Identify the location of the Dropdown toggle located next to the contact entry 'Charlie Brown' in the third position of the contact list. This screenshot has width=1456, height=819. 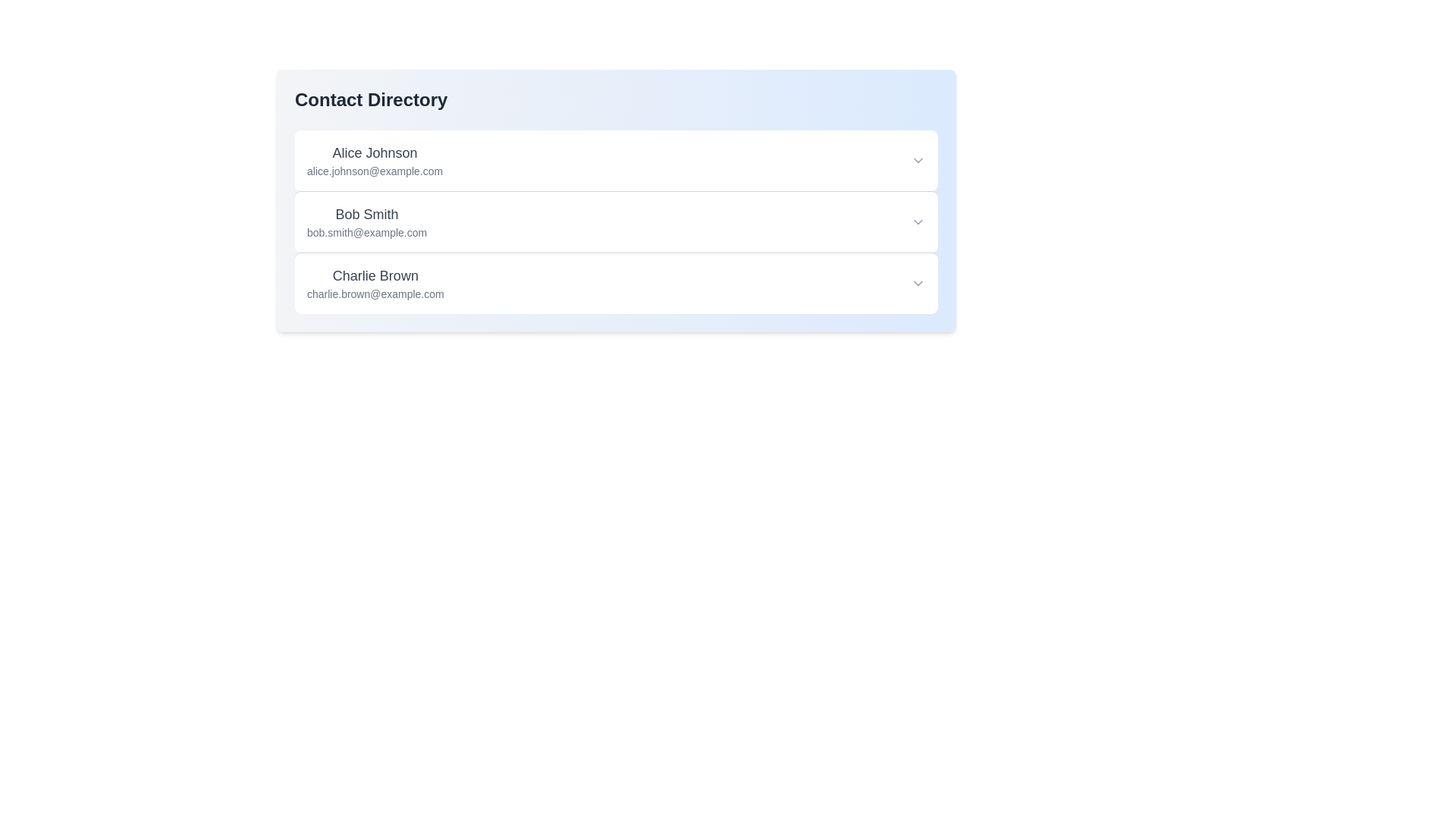
(917, 284).